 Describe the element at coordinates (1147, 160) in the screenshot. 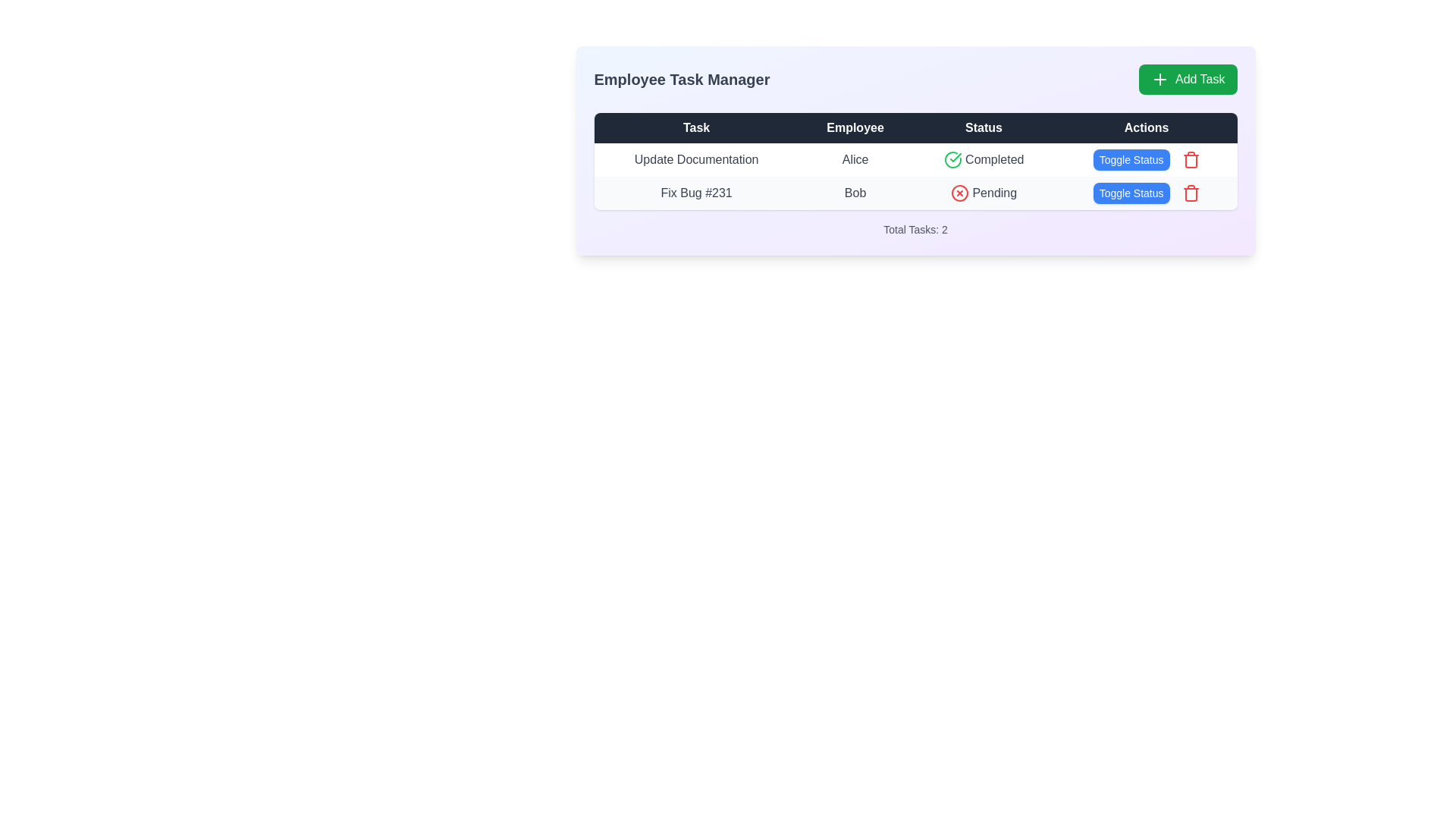

I see `the 'Toggle Status' button, which has a blue background and white text` at that location.